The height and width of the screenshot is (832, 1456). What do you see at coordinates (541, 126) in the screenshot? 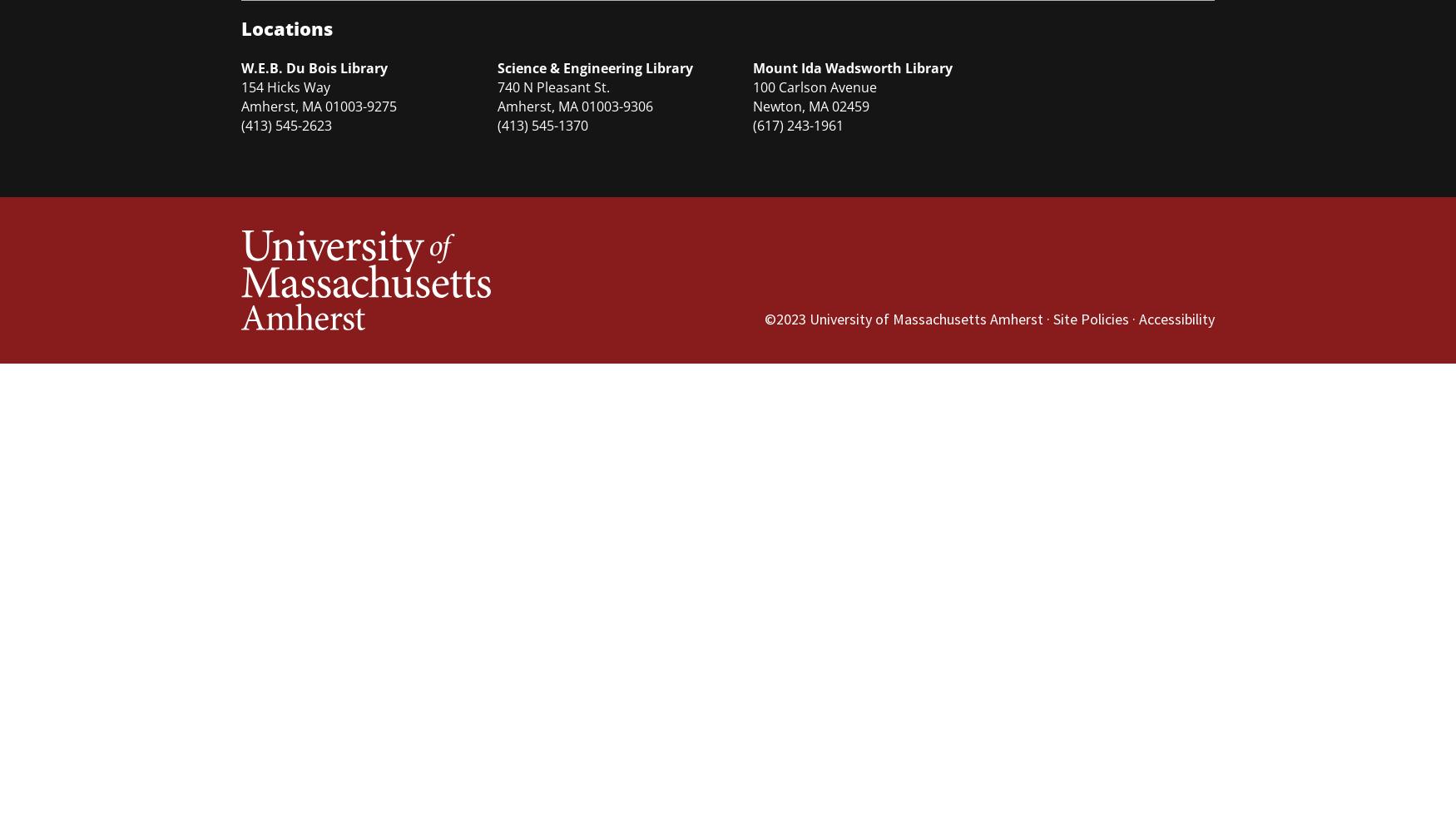
I see `'(413) 545-1370'` at bounding box center [541, 126].